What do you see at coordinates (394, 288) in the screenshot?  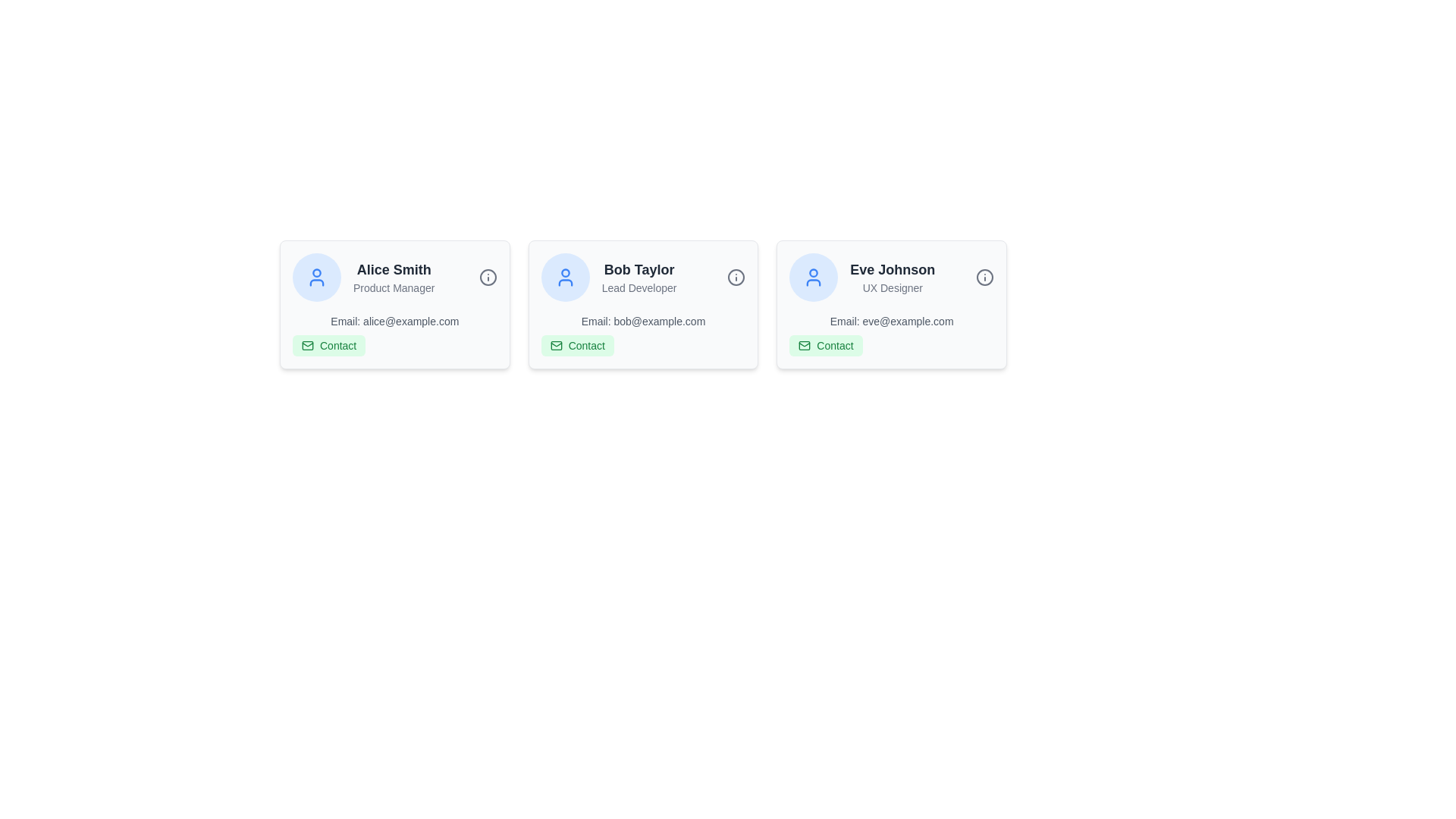 I see `the text label displaying 'Product Manager', which is located below the larger text 'Alice Smith' in the leftmost profile card` at bounding box center [394, 288].